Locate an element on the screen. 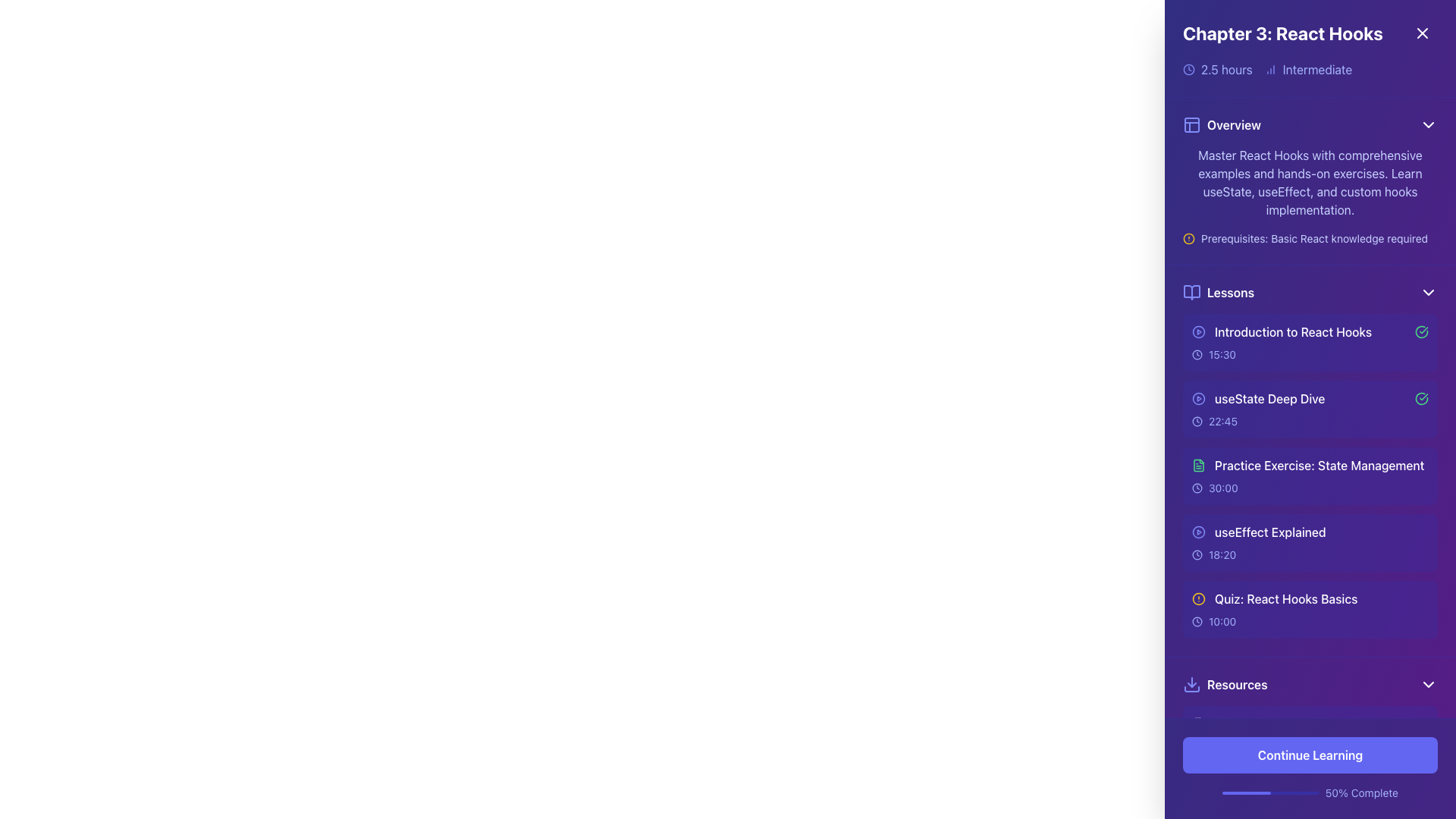 This screenshot has width=1456, height=819. the Dropdown Toggle Icon located in the upper part of the purple side panel is located at coordinates (1427, 124).